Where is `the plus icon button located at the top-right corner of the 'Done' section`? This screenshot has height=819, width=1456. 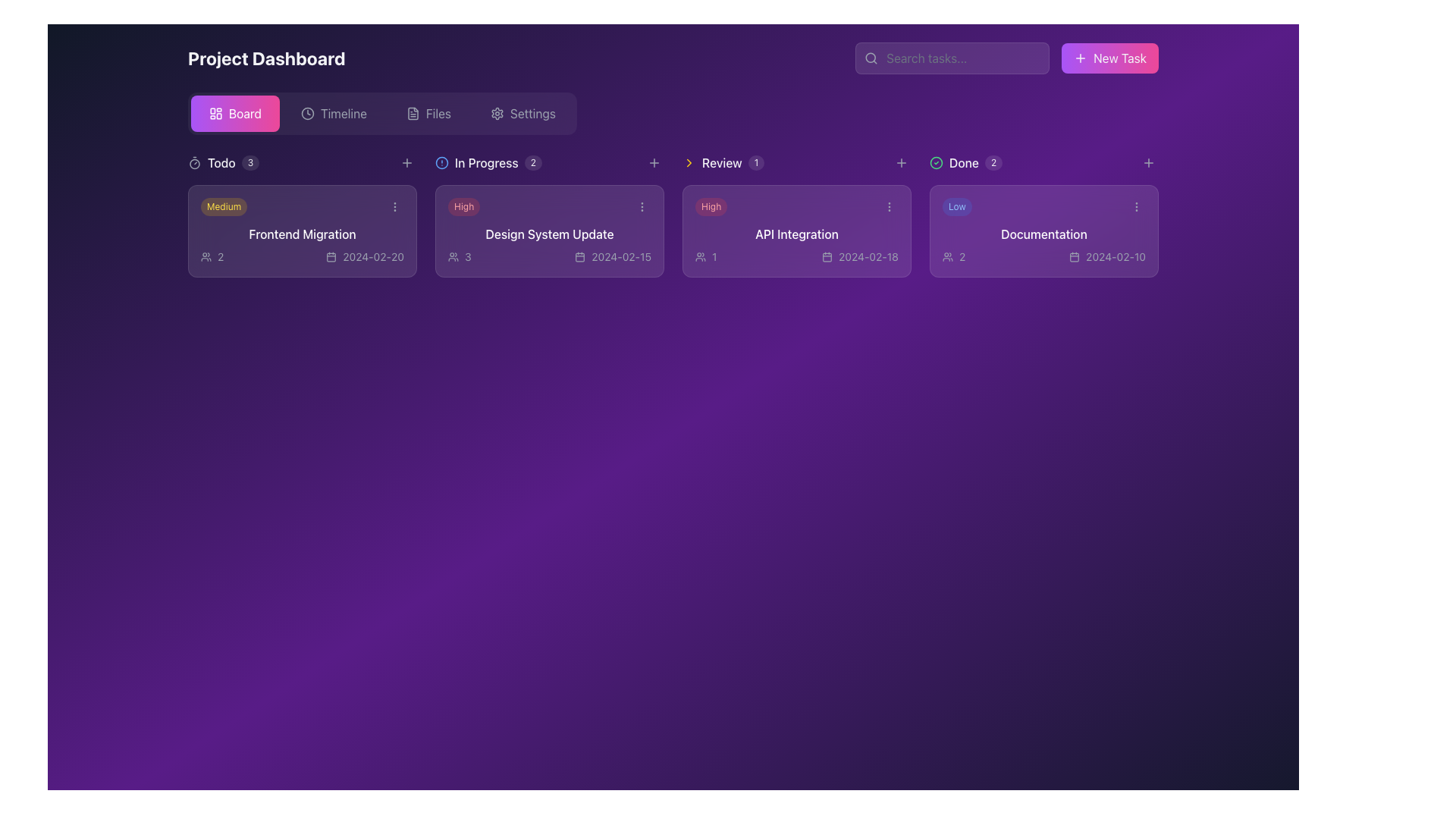 the plus icon button located at the top-right corner of the 'Done' section is located at coordinates (1149, 163).